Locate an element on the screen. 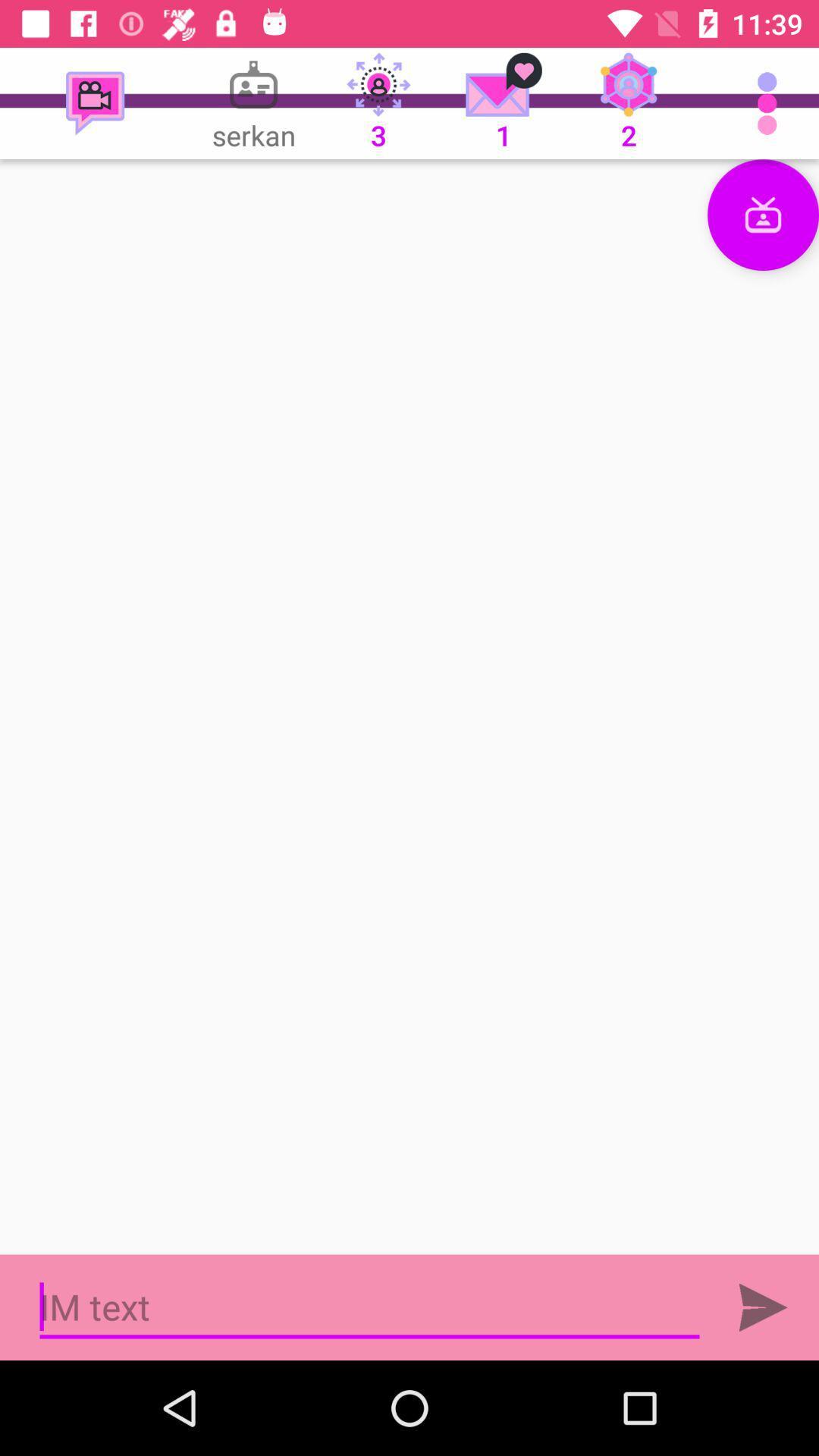 The width and height of the screenshot is (819, 1456). main screen is located at coordinates (409, 706).